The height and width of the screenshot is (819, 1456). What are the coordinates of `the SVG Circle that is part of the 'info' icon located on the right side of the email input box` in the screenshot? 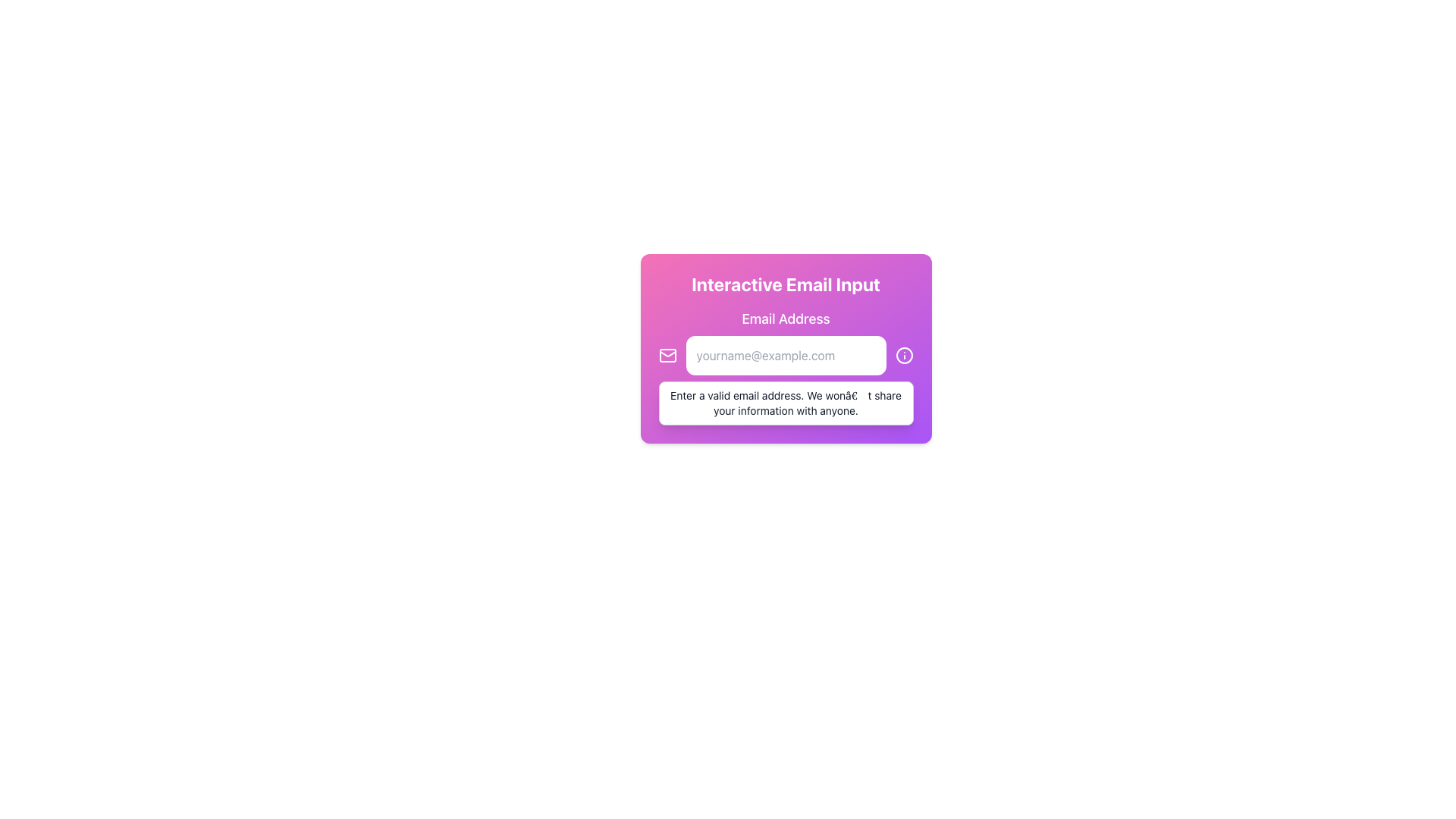 It's located at (904, 356).